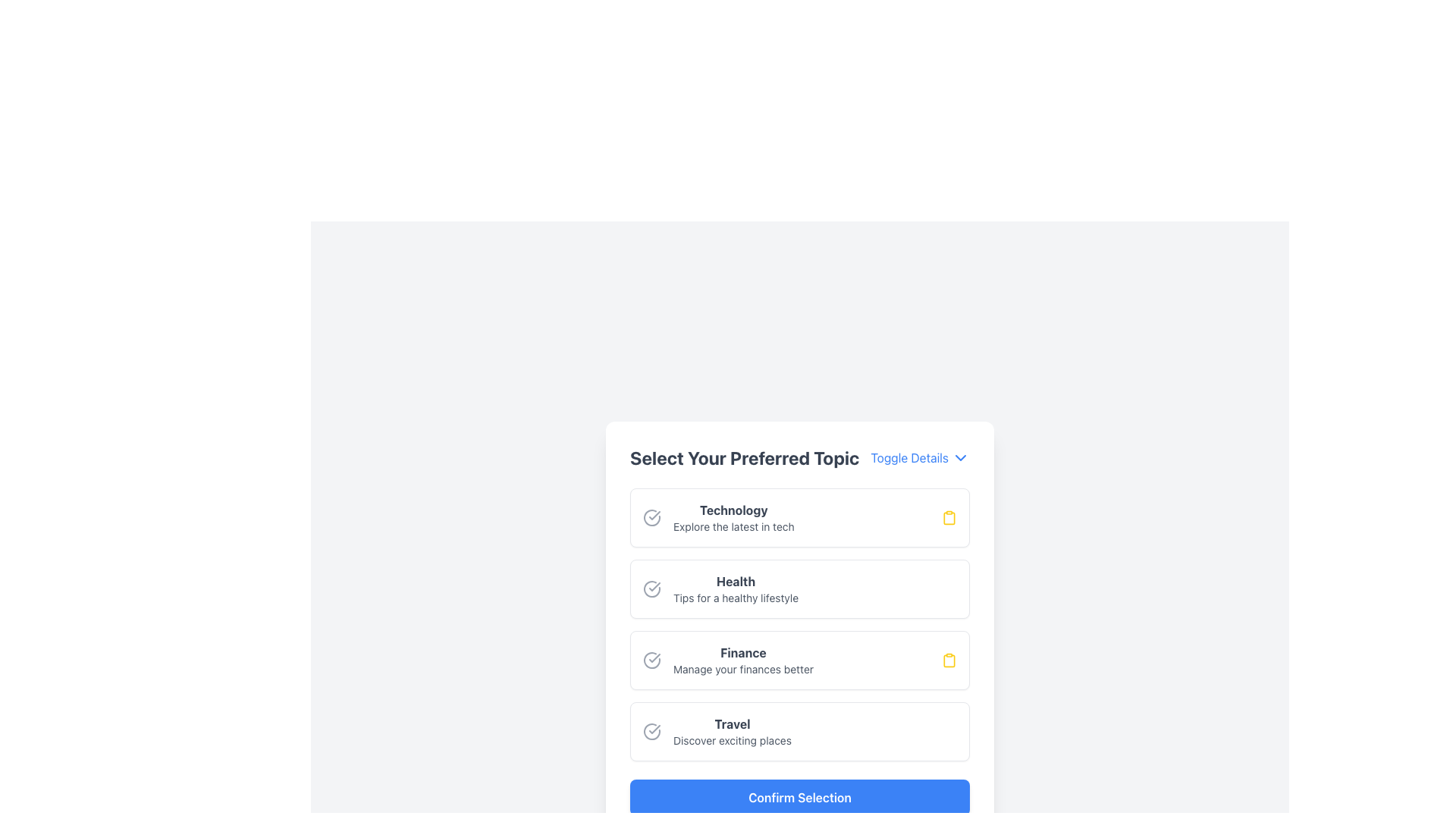 This screenshot has width=1456, height=819. What do you see at coordinates (733, 526) in the screenshot?
I see `text from the Text Label located directly below the 'Technology' heading, which provides supplemental information for the 'Technology' topic` at bounding box center [733, 526].